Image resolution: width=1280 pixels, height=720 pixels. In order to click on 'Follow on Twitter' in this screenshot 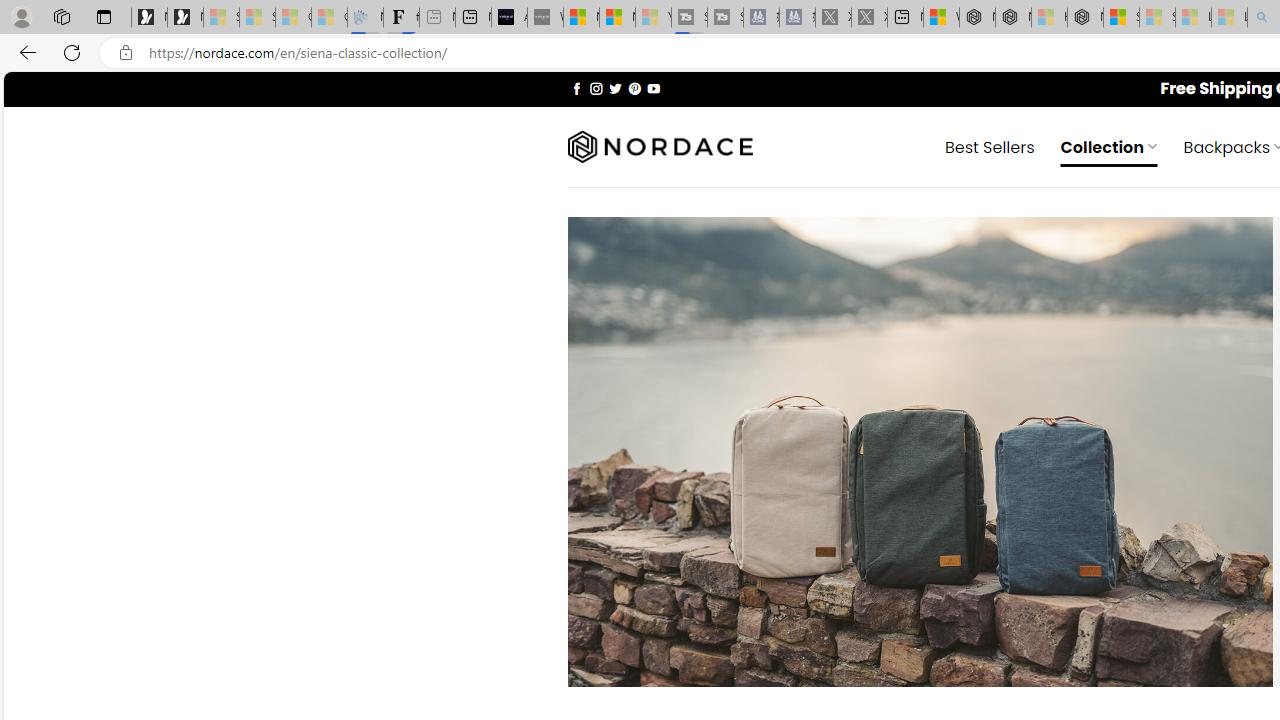, I will do `click(614, 87)`.